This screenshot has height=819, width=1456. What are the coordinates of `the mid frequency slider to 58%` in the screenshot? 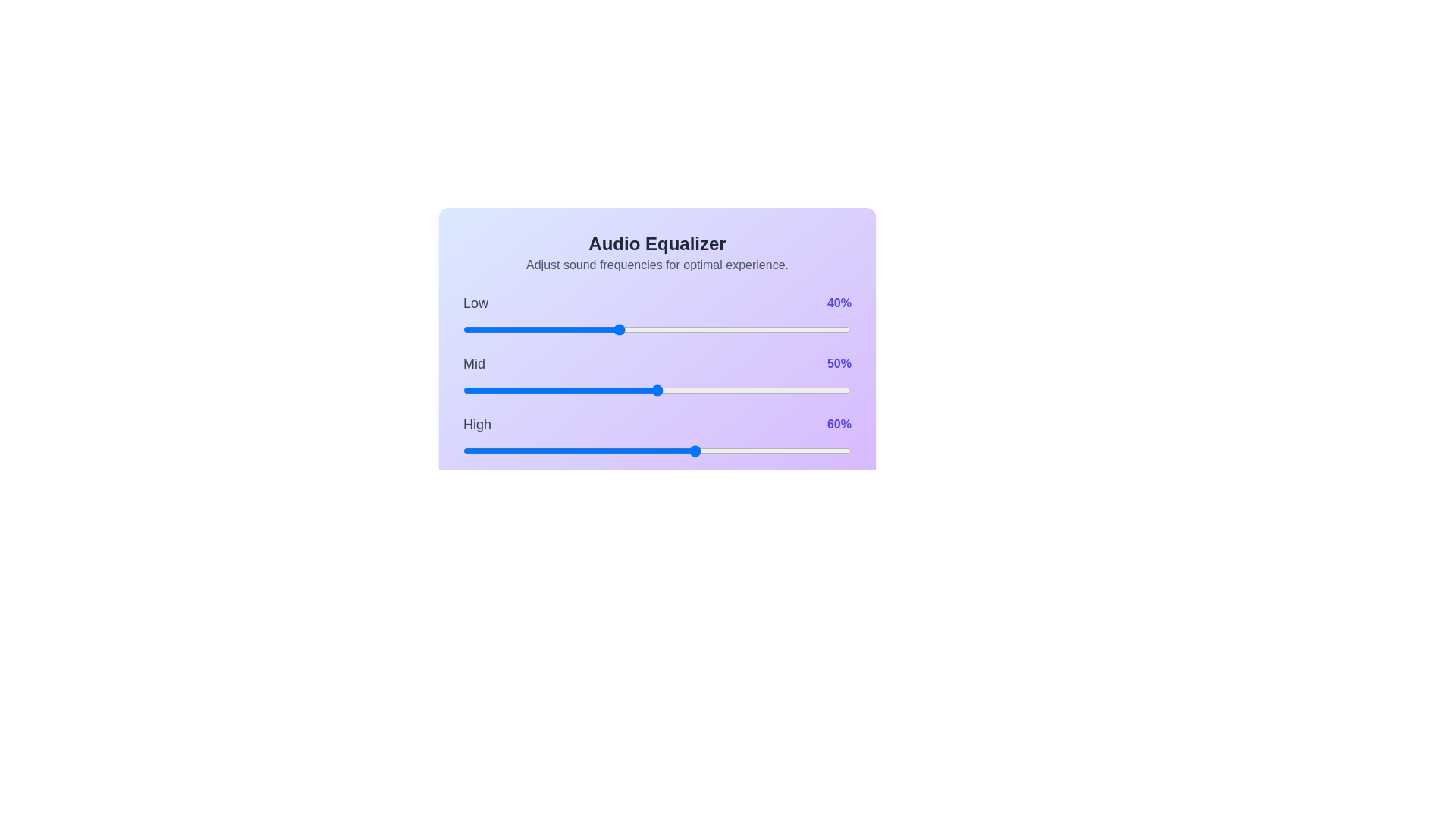 It's located at (687, 390).